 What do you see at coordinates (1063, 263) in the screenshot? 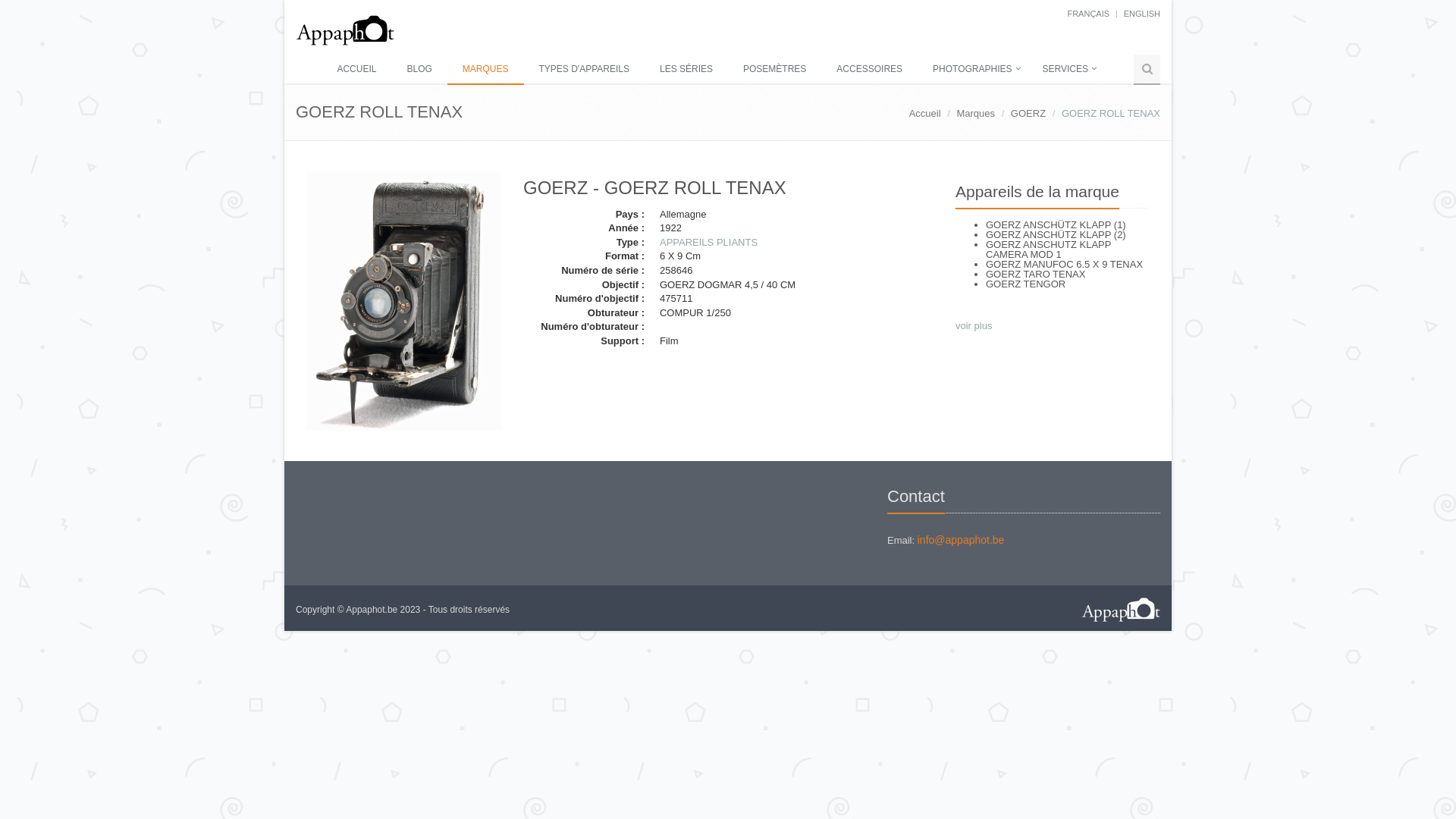
I see `'GOERZ MANUFOC 6.5 X 9 TENAX'` at bounding box center [1063, 263].